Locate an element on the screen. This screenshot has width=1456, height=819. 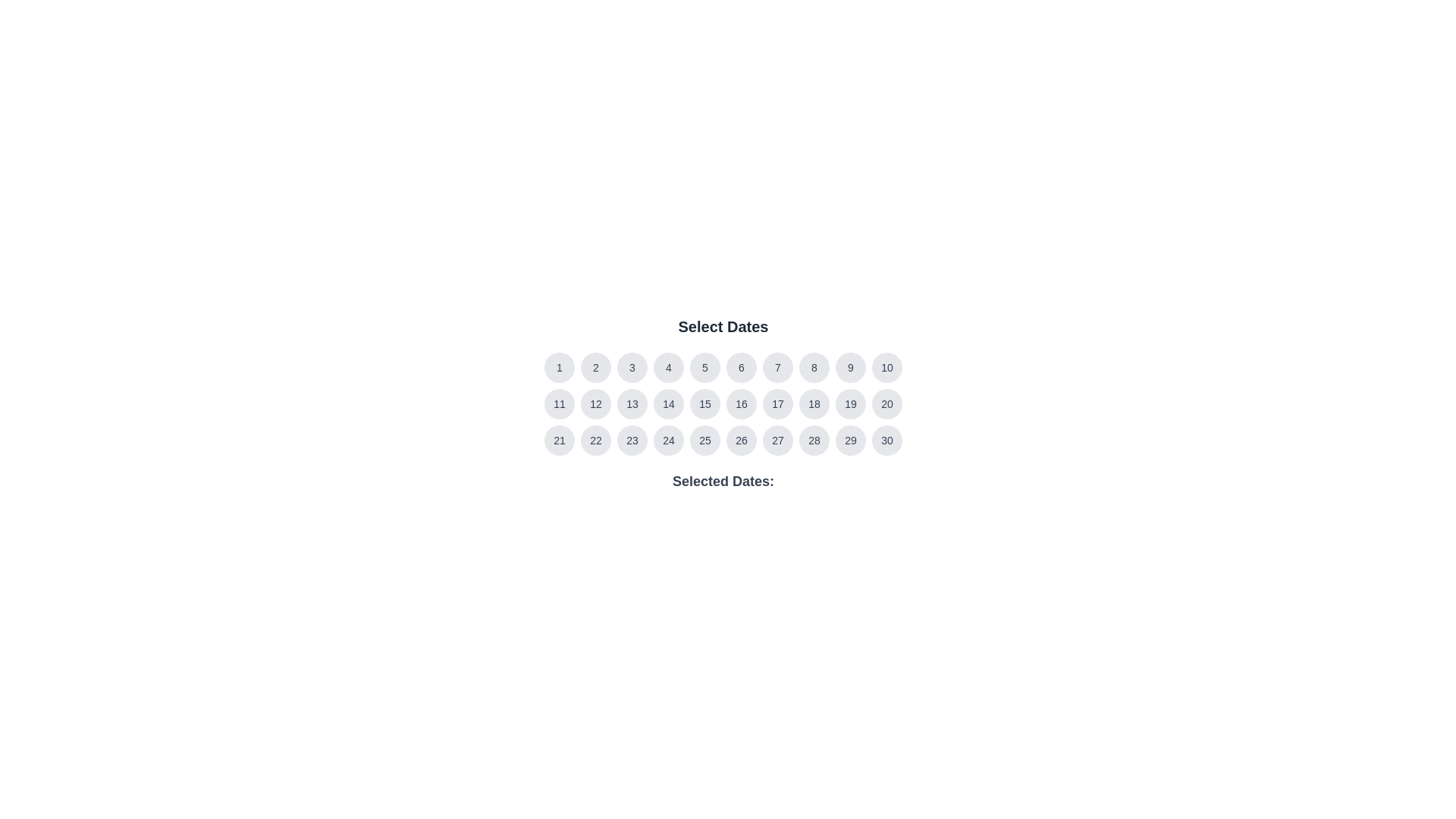
the circular button displaying the number '13' is located at coordinates (632, 403).